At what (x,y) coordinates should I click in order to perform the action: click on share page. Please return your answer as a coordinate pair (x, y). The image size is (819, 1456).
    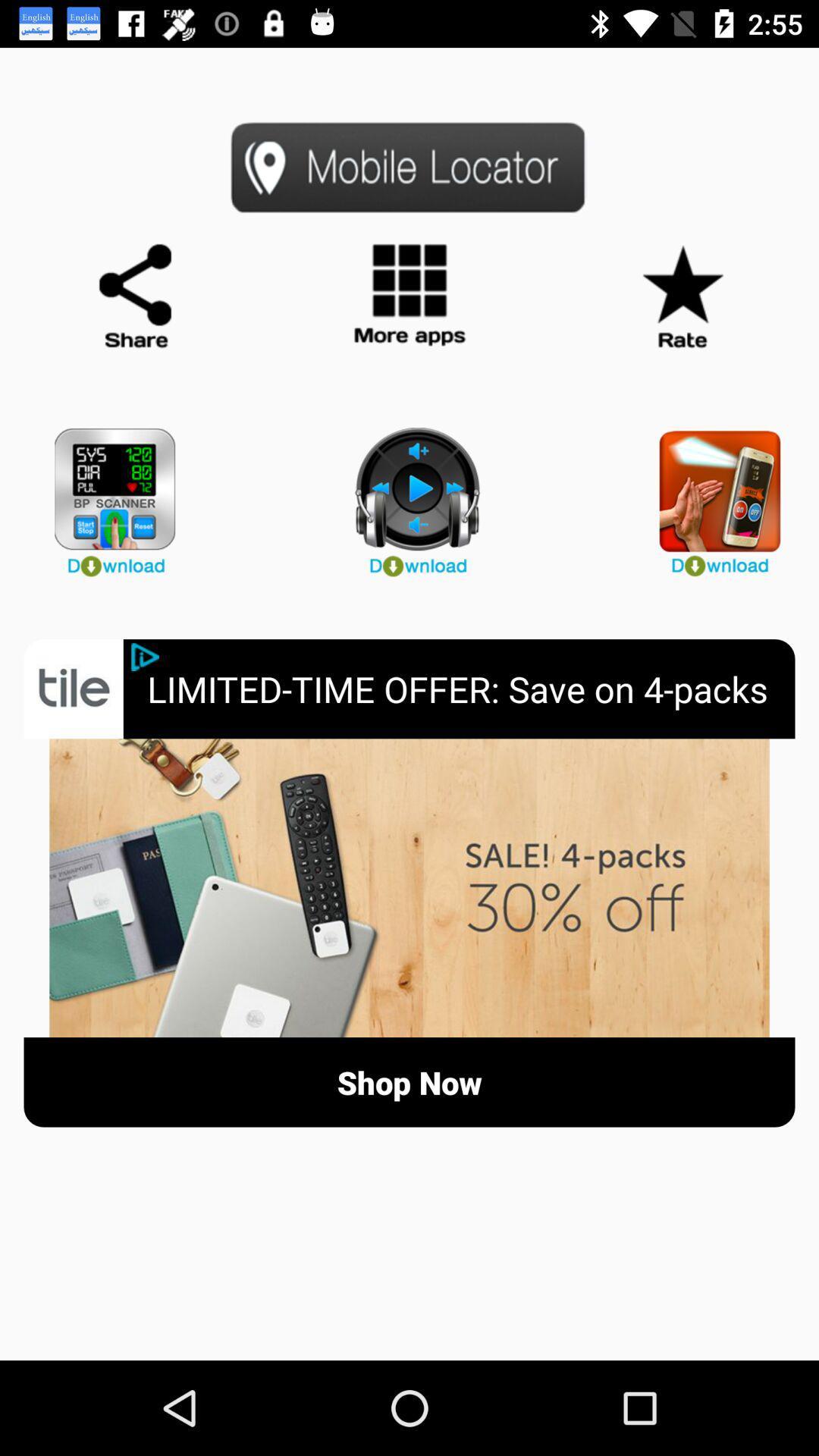
    Looking at the image, I should click on (136, 297).